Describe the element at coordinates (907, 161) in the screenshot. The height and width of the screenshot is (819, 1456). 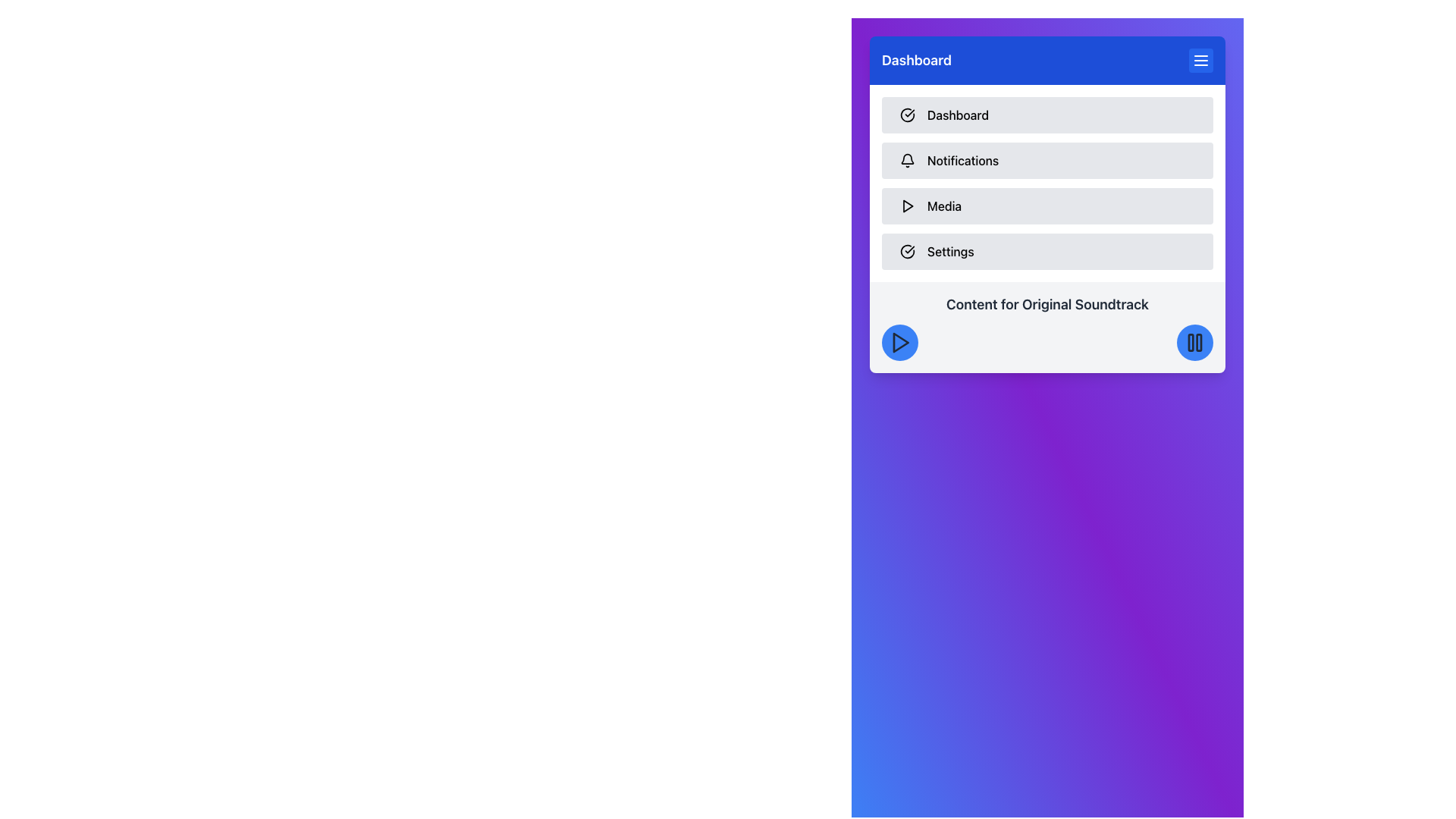
I see `the representation of the Notifications icon located within the Notifications menu item, which is the second item in the Dashboard section` at that location.